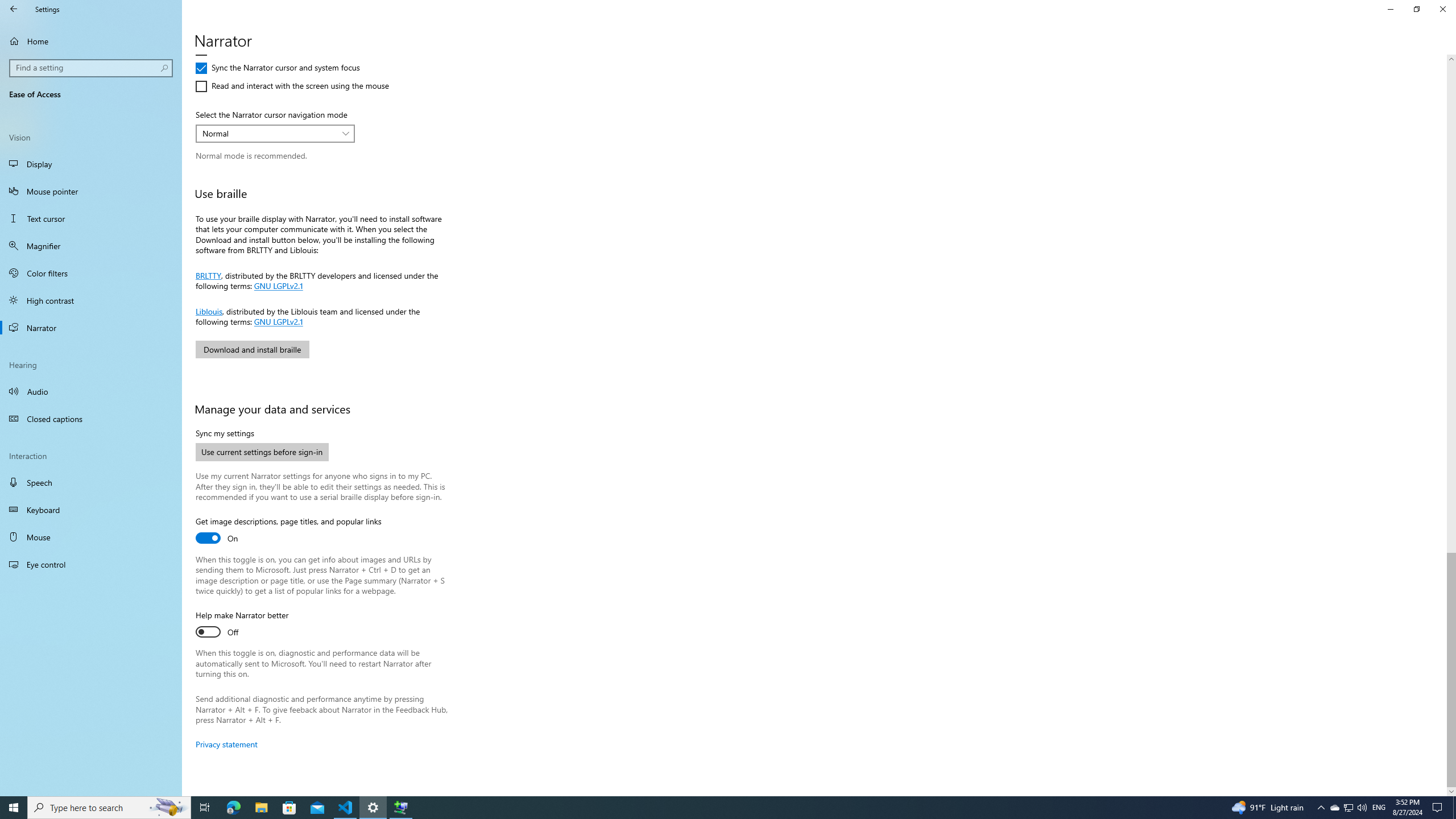  What do you see at coordinates (276, 321) in the screenshot?
I see `'GNU LGPLv2.1'` at bounding box center [276, 321].